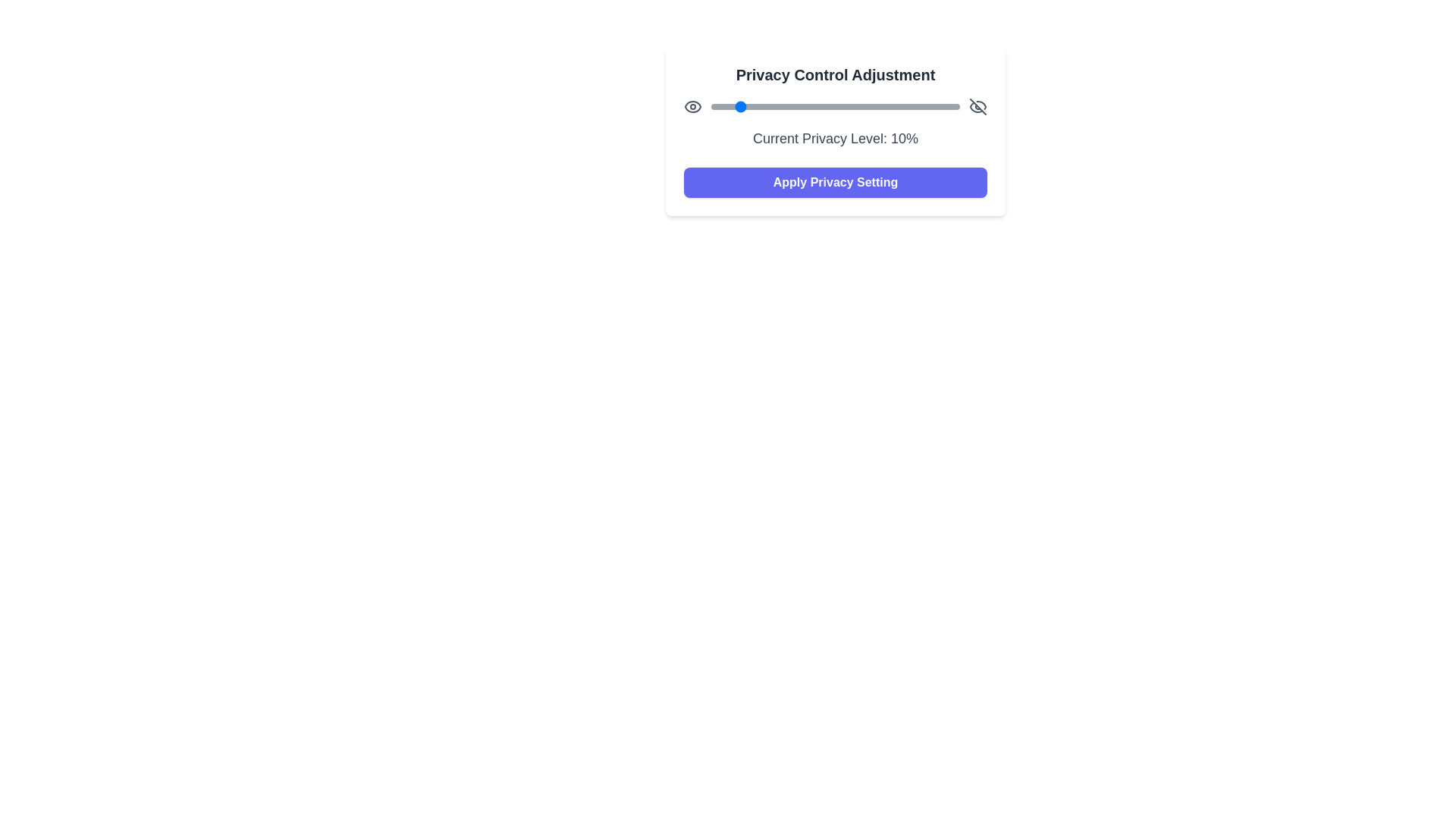  I want to click on the 'Apply Privacy Setting' button, so click(835, 181).